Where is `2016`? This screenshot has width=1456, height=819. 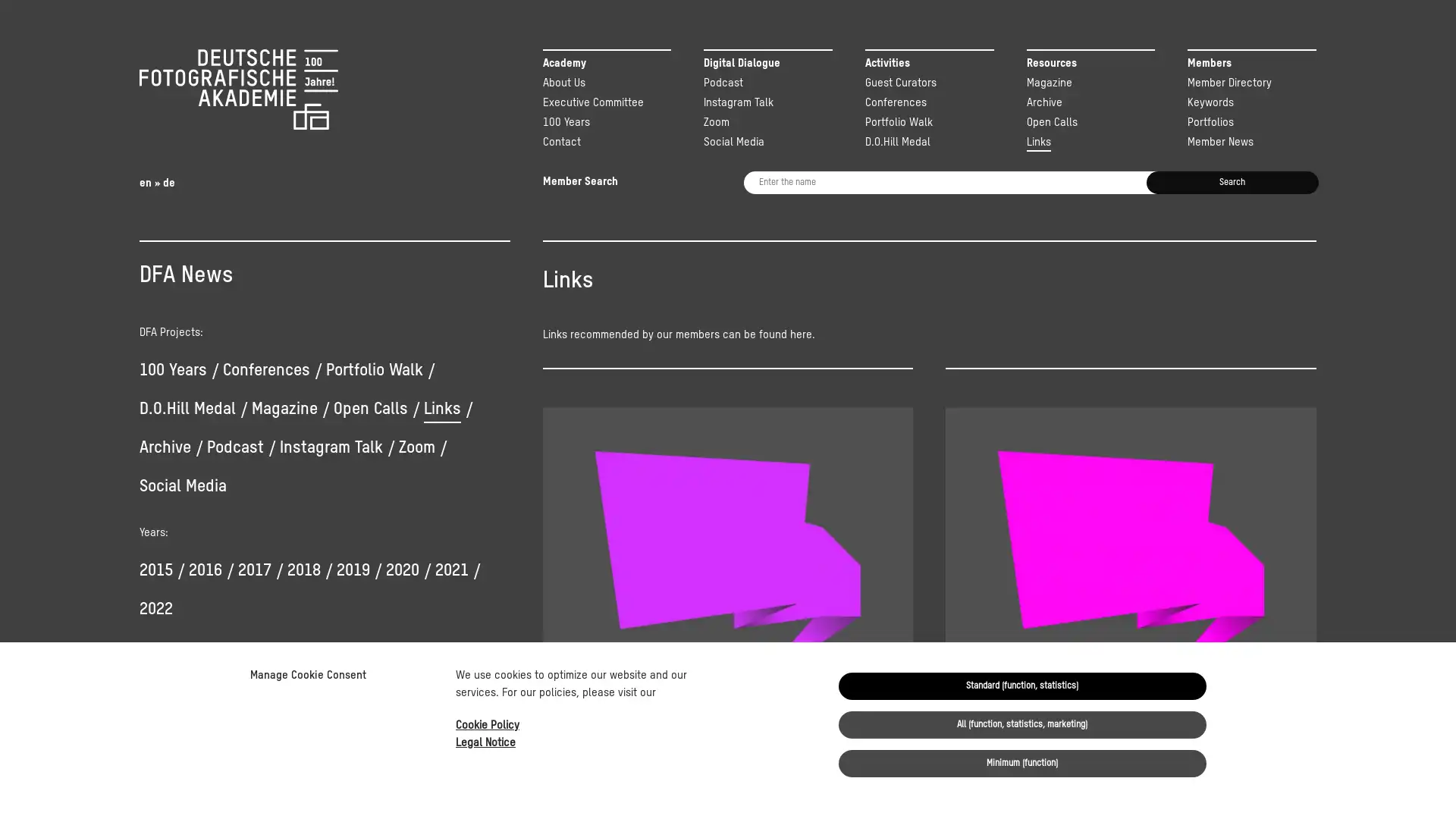
2016 is located at coordinates (204, 570).